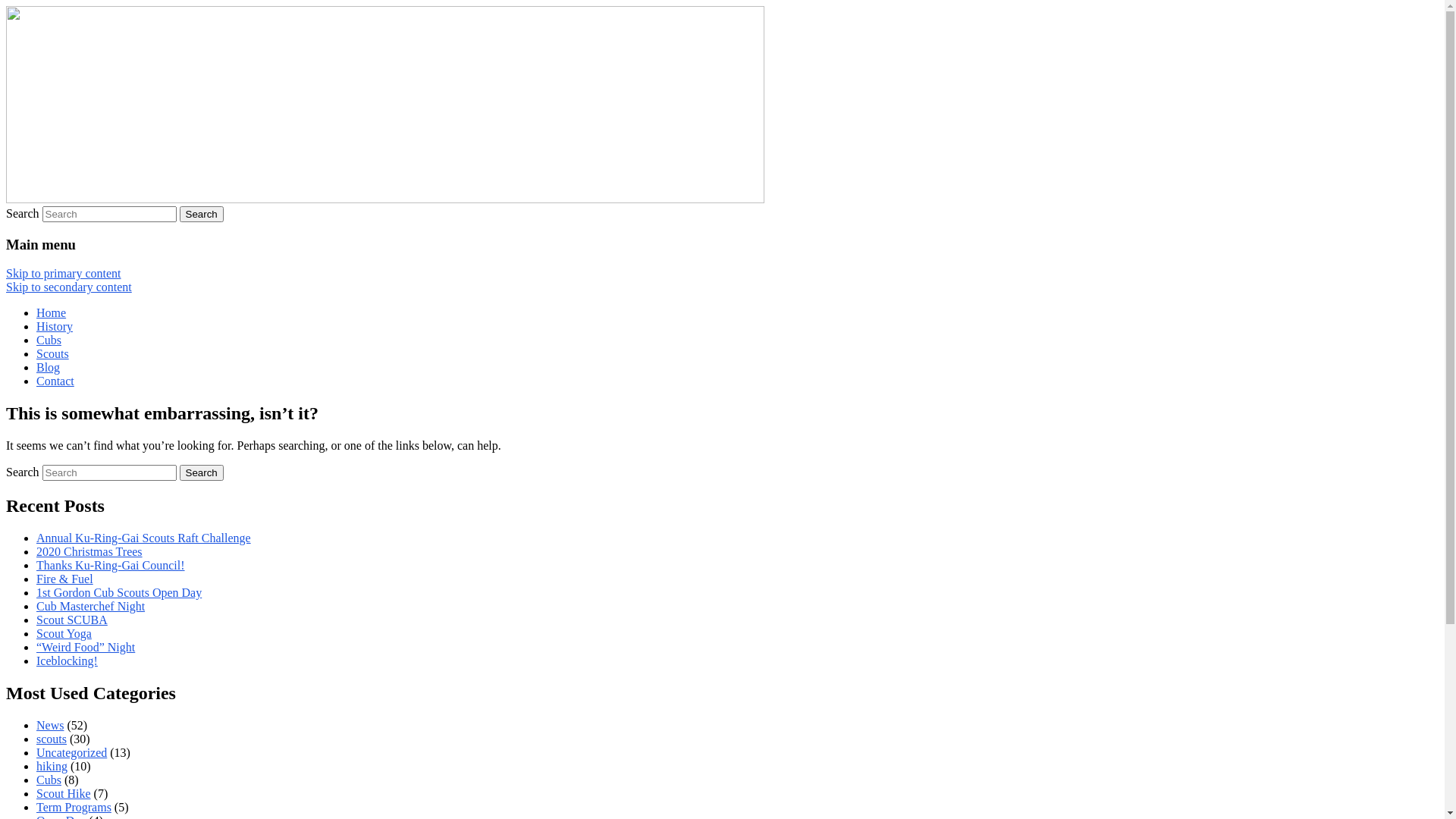 Image resolution: width=1456 pixels, height=819 pixels. I want to click on 'Scout Hike', so click(62, 792).